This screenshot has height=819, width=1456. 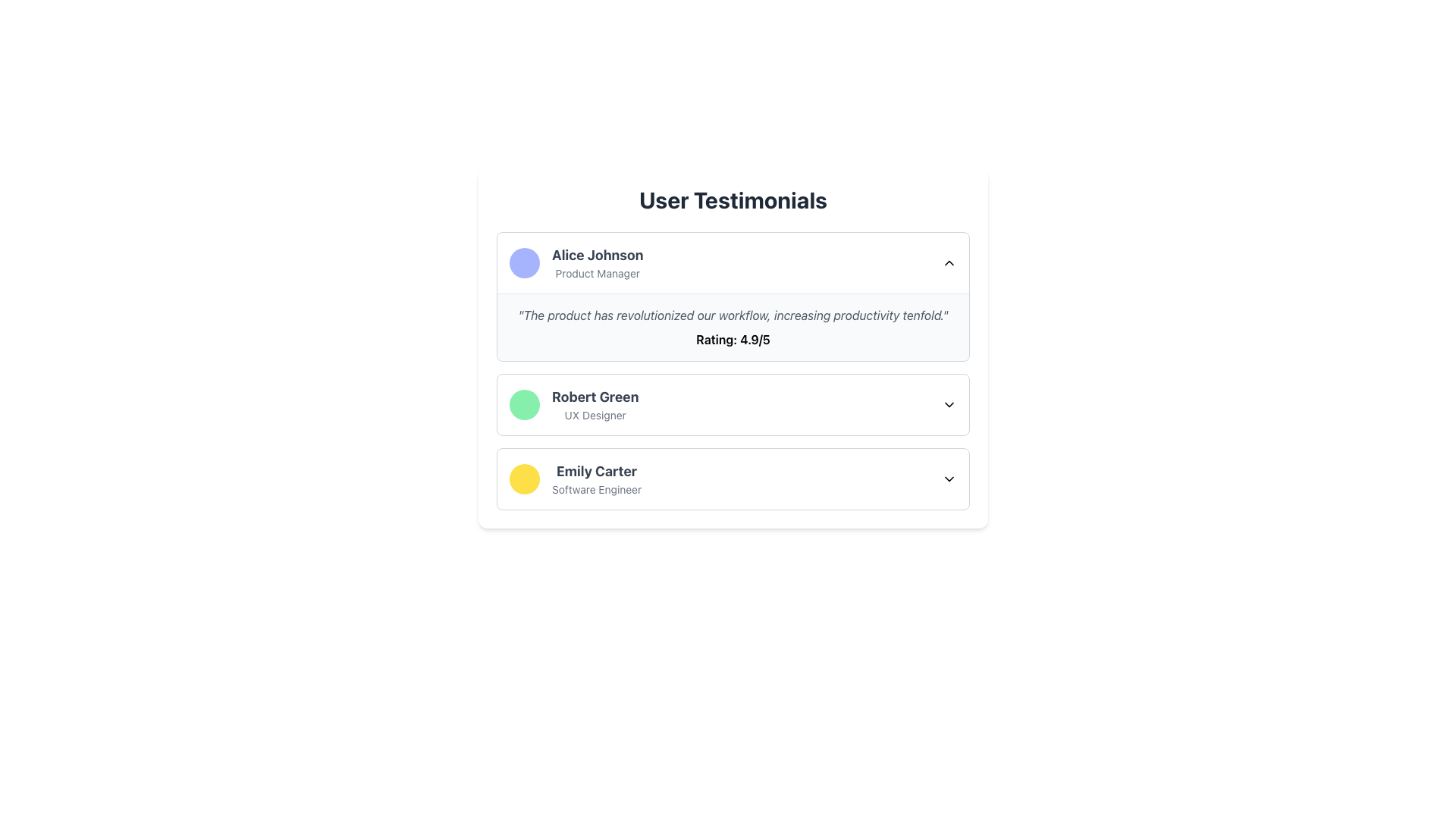 I want to click on the chevron icon at the far-right end of the 'Alice Johnson - Product Manager' section, so click(x=949, y=262).